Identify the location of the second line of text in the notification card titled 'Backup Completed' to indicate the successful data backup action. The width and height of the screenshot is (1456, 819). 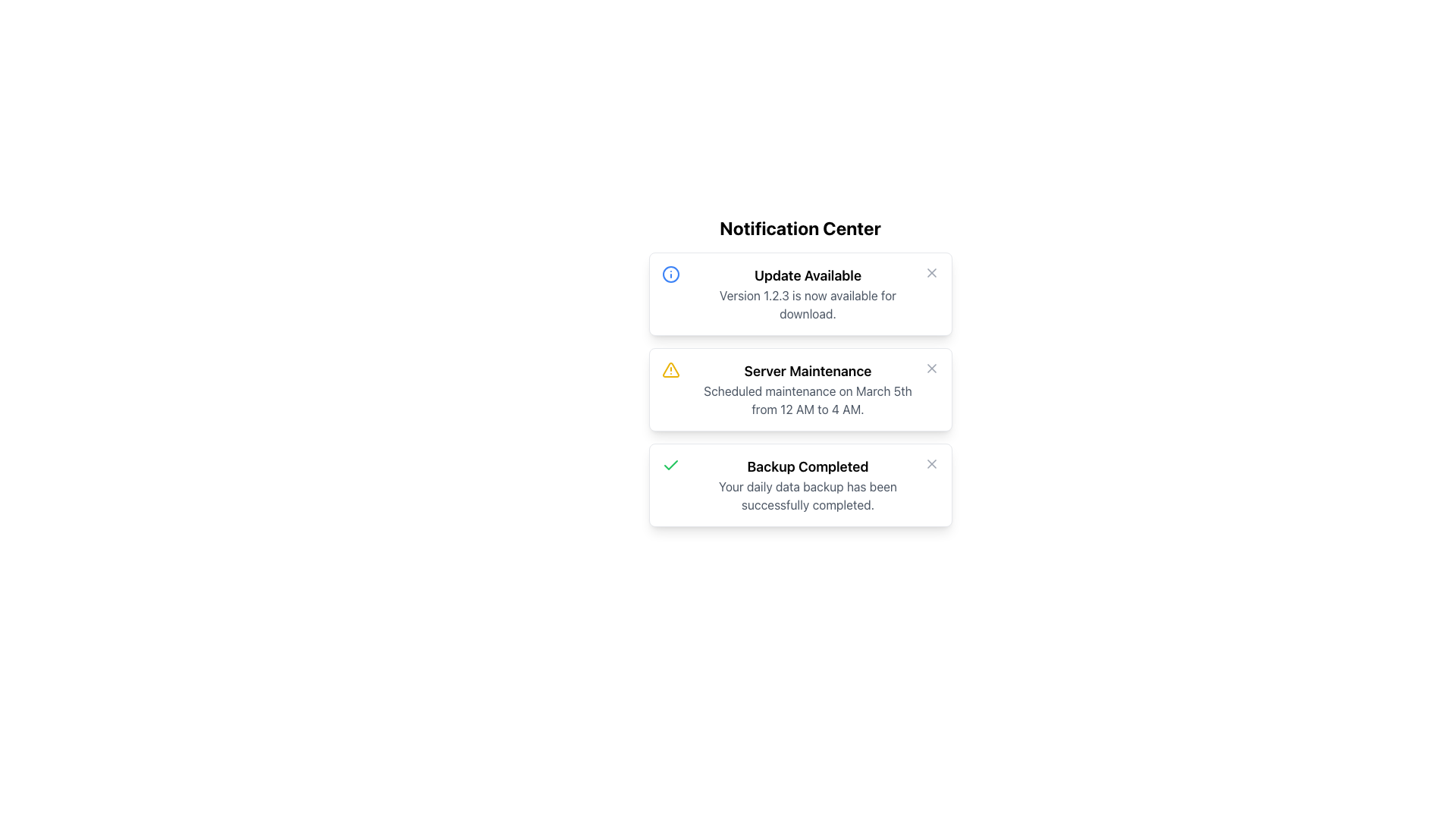
(807, 496).